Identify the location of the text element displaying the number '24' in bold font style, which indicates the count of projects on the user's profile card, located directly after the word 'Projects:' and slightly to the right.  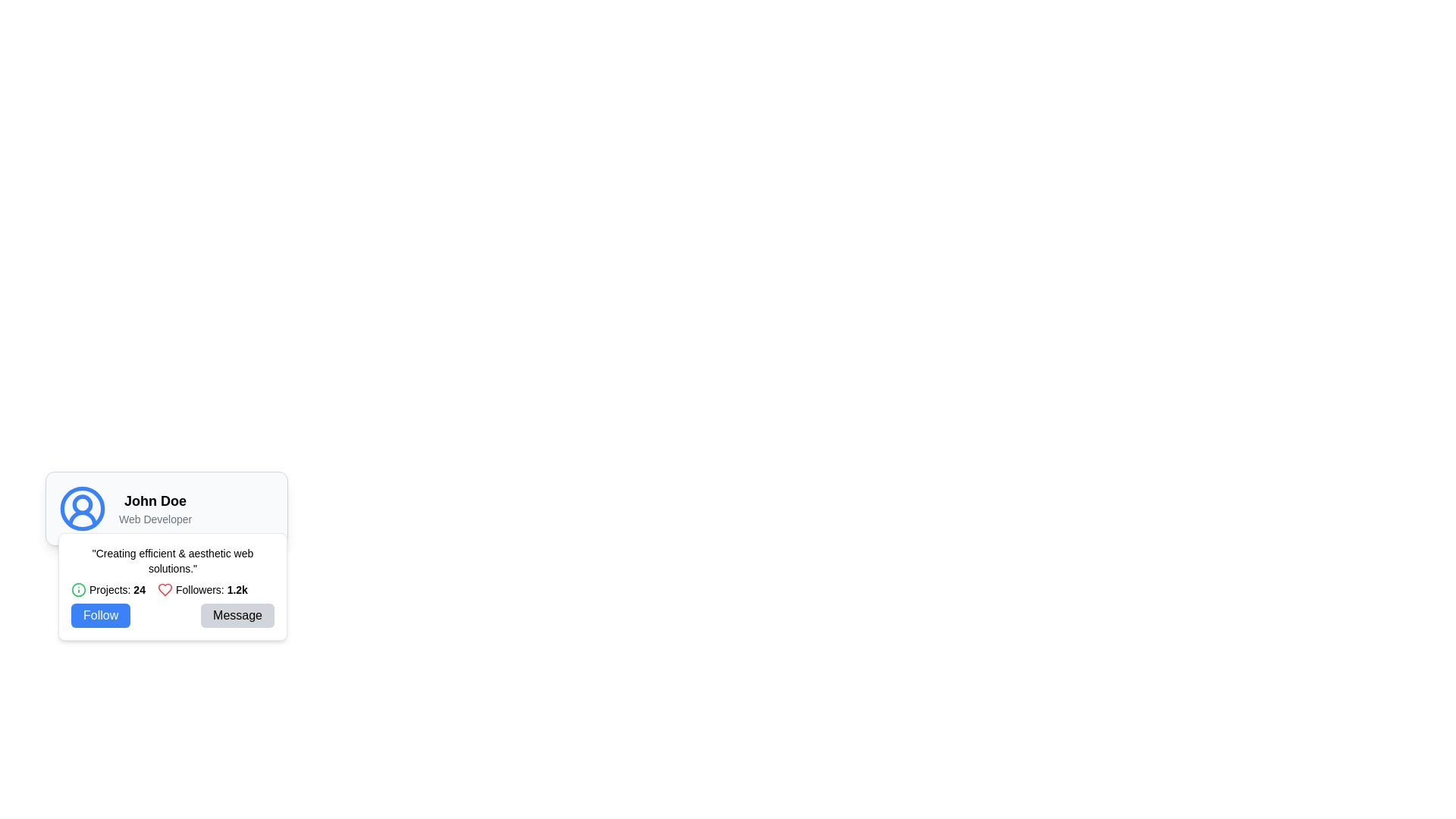
(140, 589).